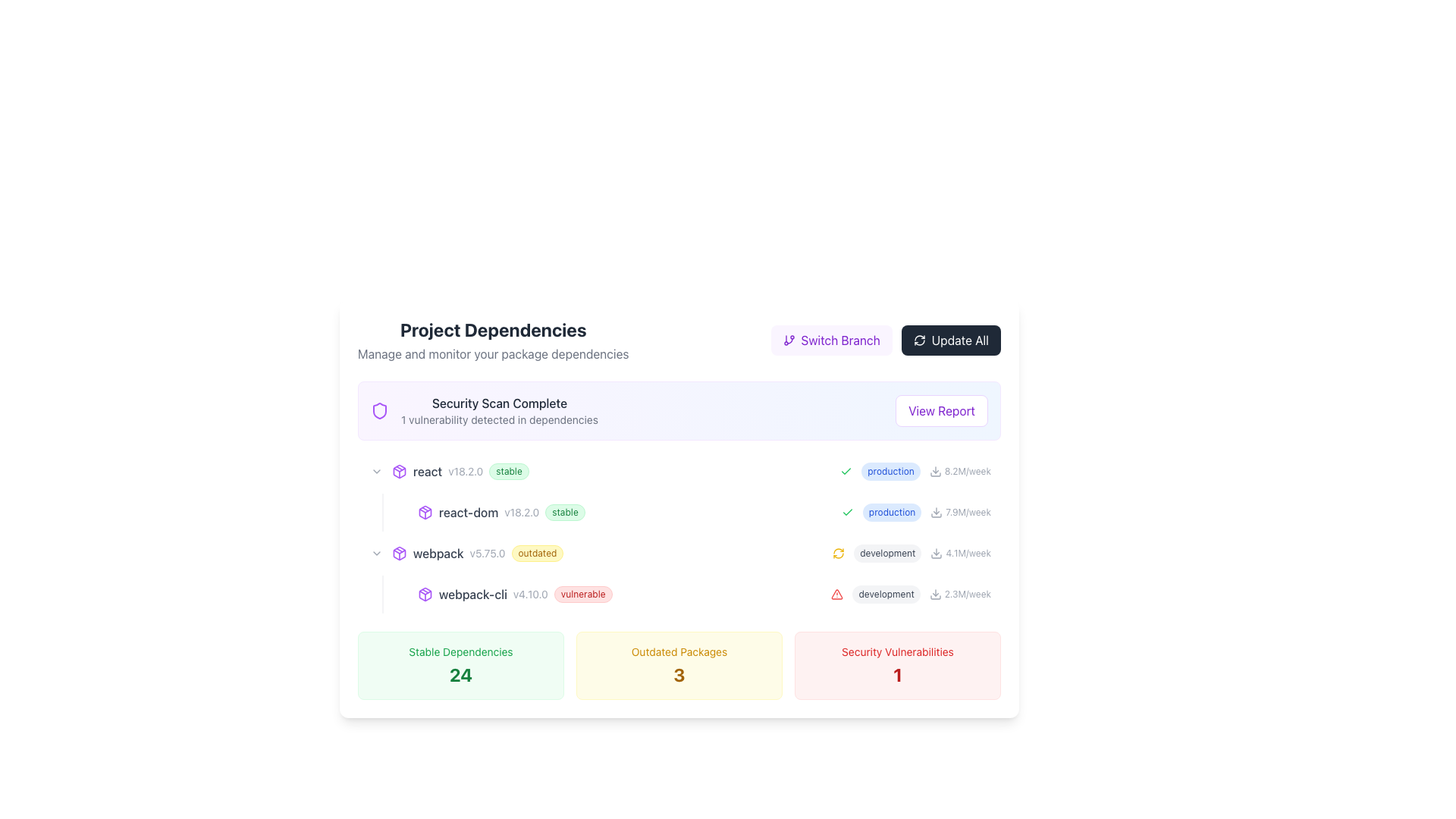 The height and width of the screenshot is (819, 1456). I want to click on the static text label that describes the count of outdated packages, located above the large '3' indicator within a yellow card at the center-bottom of the interface, so click(679, 651).